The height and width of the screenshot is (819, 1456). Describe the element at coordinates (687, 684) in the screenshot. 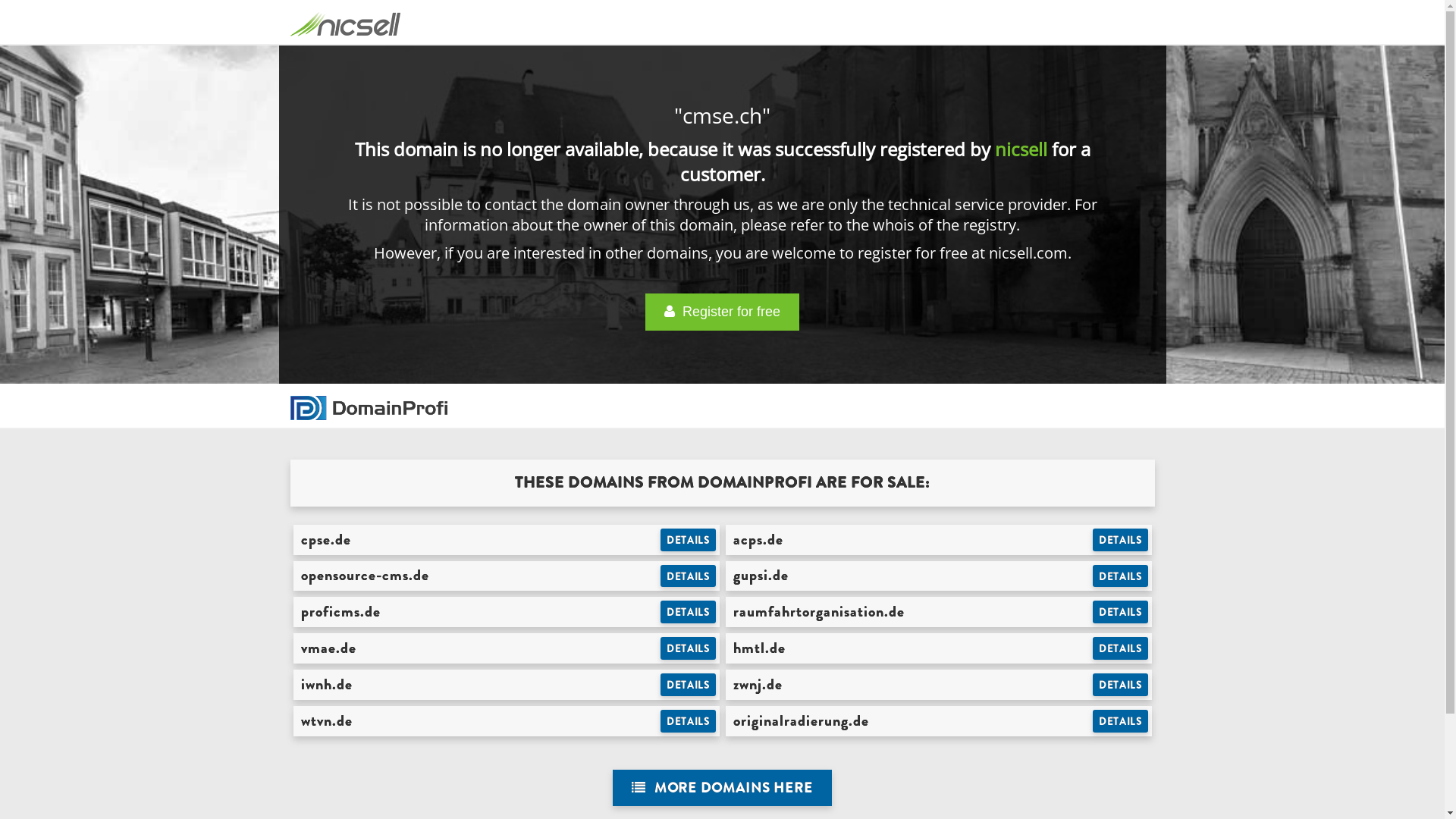

I see `'DETAILS'` at that location.